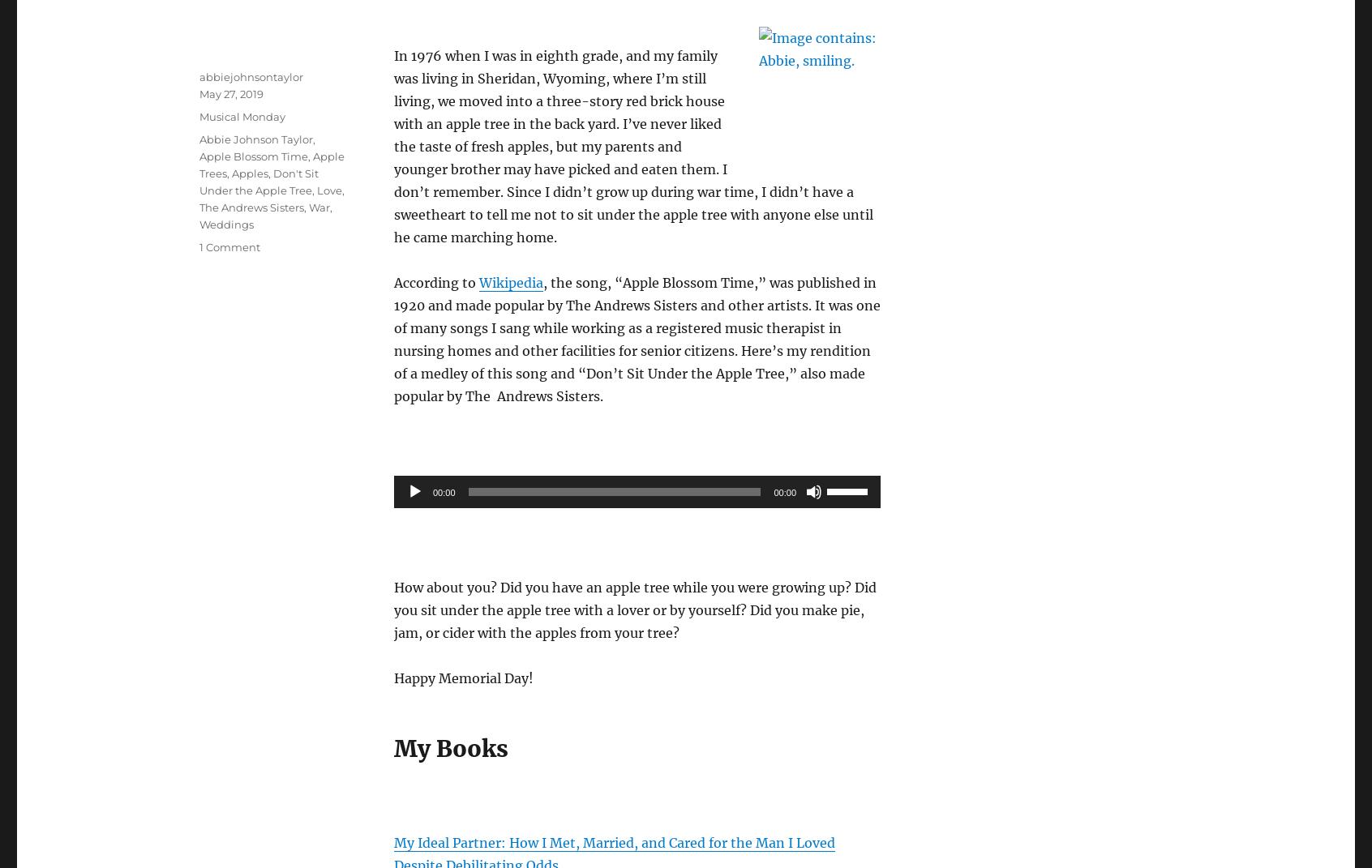 Image resolution: width=1372 pixels, height=868 pixels. What do you see at coordinates (392, 145) in the screenshot?
I see `'In 1976 when I was in eighth grade, and my family was living in Sheridan, Wyoming, where I’m still living, we moved into a three-story red brick house with an apple tree in the back yard. I’ve never liked the taste of fresh apples, but my parents and younger brother may have picked and eaten them. I don’t remember. Since I didn’t grow up during war time, I didn’t have a sweetheart to tell me not to sit under the apple tree with anyone else until he came marching home.'` at bounding box center [392, 145].